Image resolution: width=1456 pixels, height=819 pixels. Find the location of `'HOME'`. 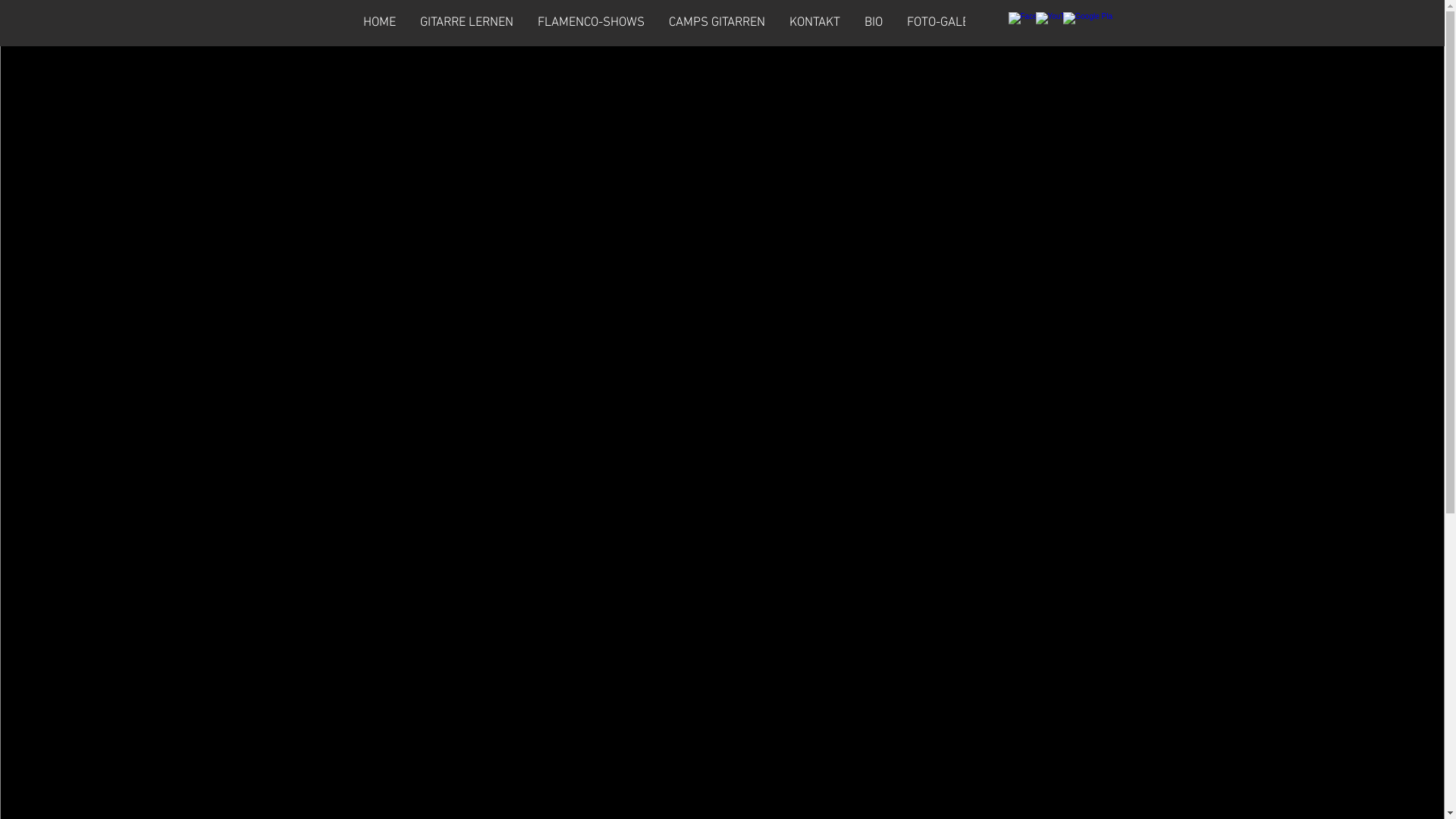

'HOME' is located at coordinates (378, 24).